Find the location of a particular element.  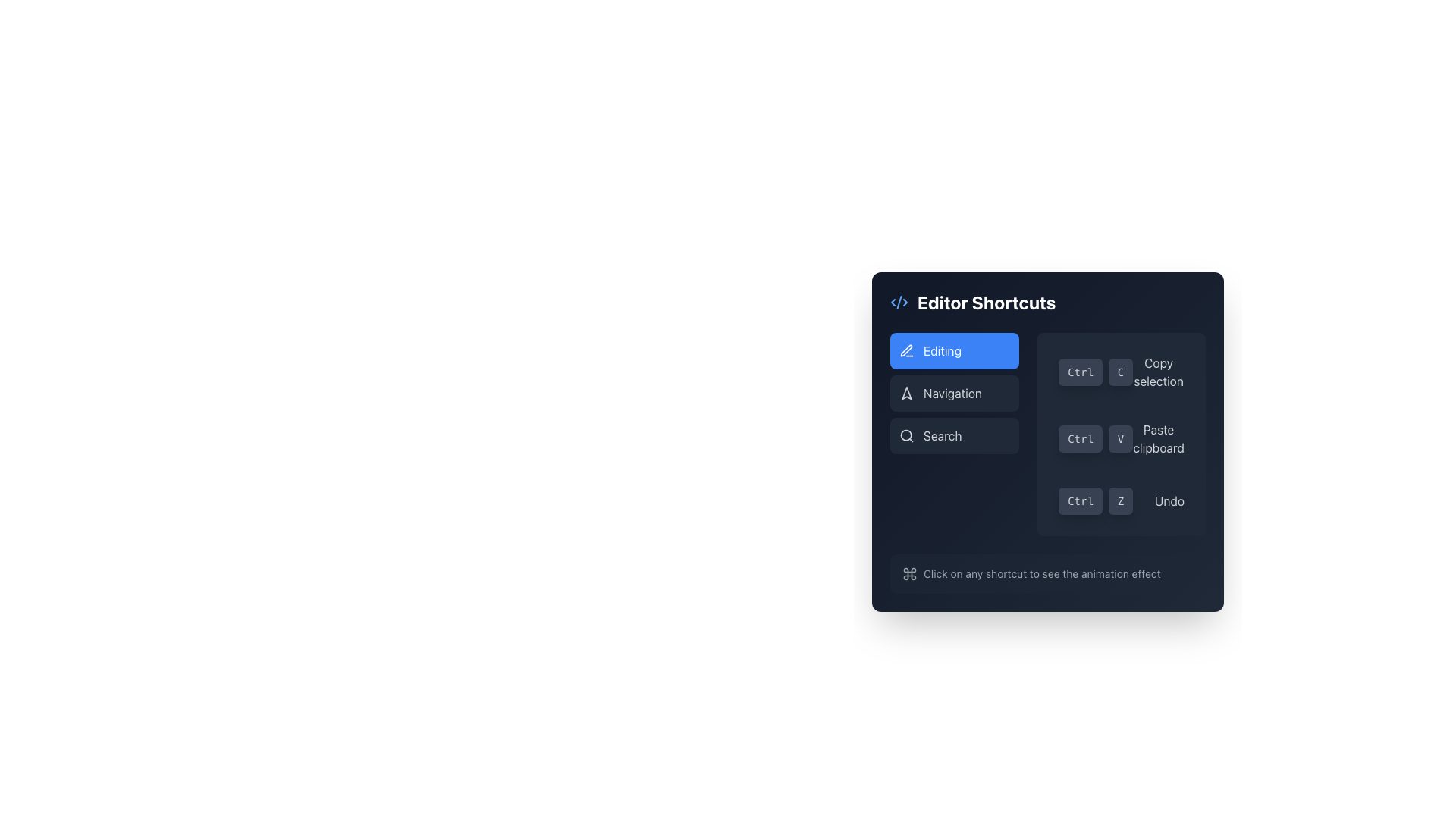

the 'Editing' label text within the blue rounded rectangle in the 'Editor Shortcuts' section is located at coordinates (942, 350).